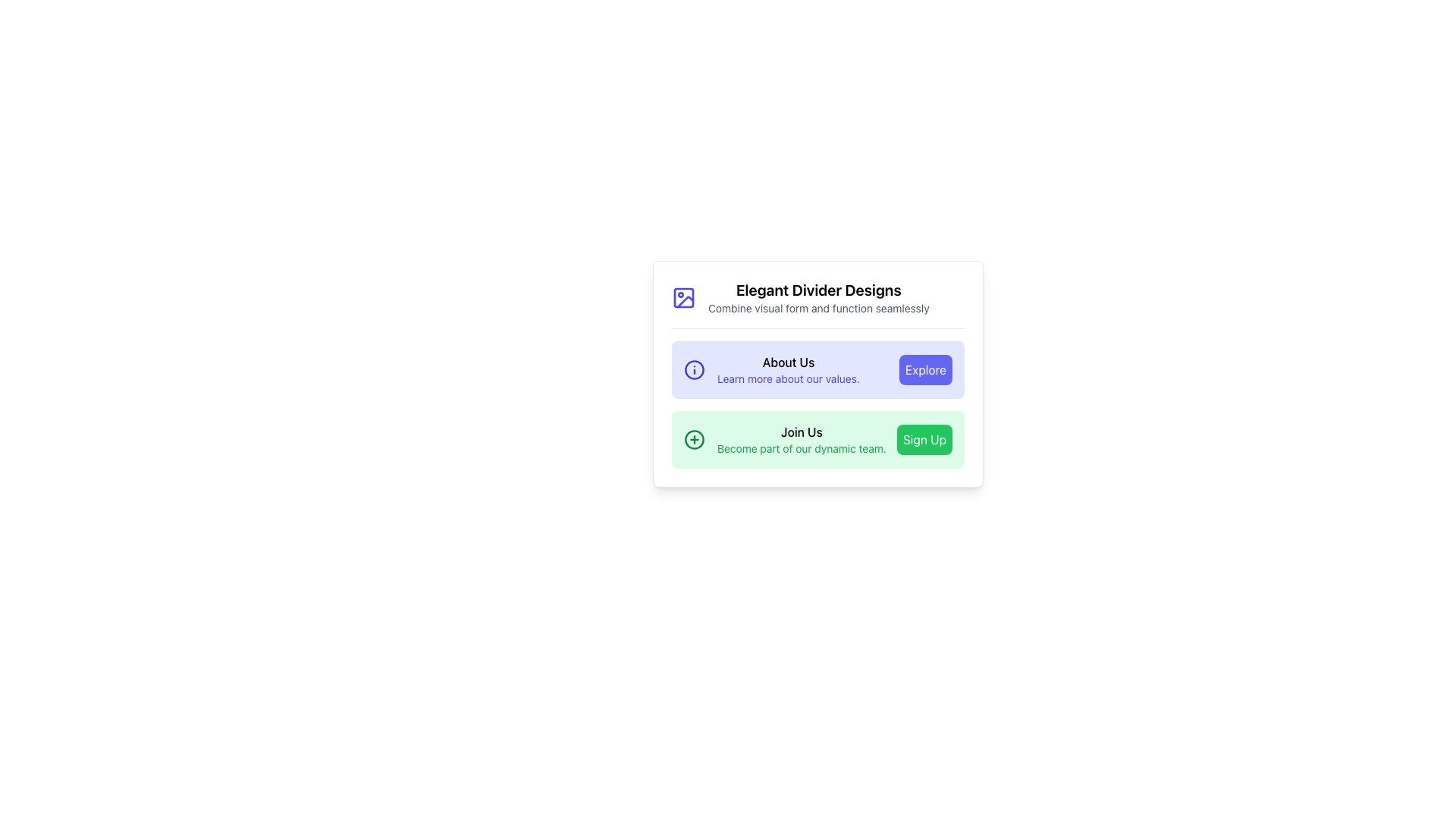 Image resolution: width=1456 pixels, height=819 pixels. What do you see at coordinates (694, 370) in the screenshot?
I see `the SVG Circle element representing the information symbol next to the 'About Us' text` at bounding box center [694, 370].